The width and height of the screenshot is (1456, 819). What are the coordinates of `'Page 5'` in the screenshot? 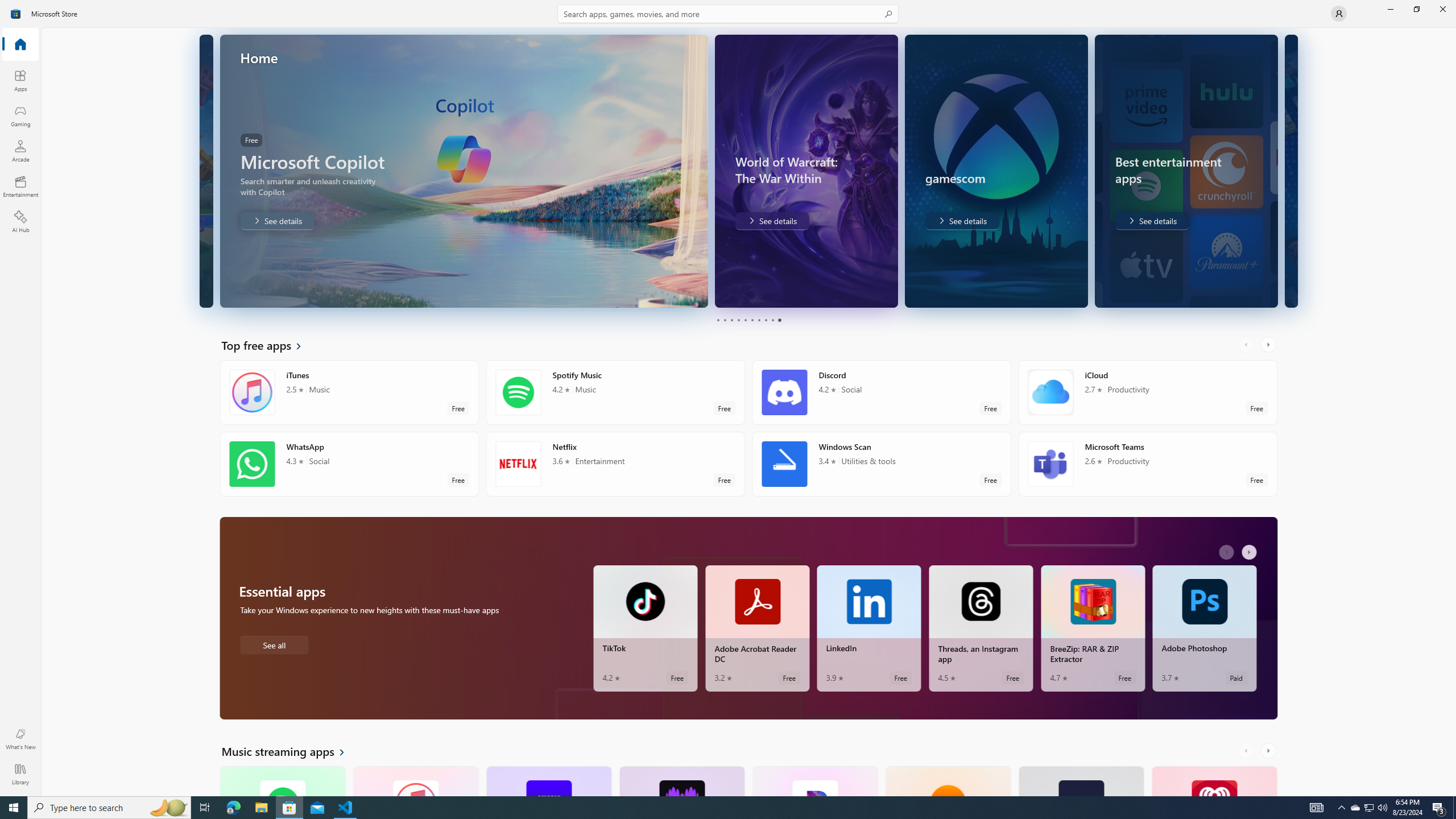 It's located at (744, 320).